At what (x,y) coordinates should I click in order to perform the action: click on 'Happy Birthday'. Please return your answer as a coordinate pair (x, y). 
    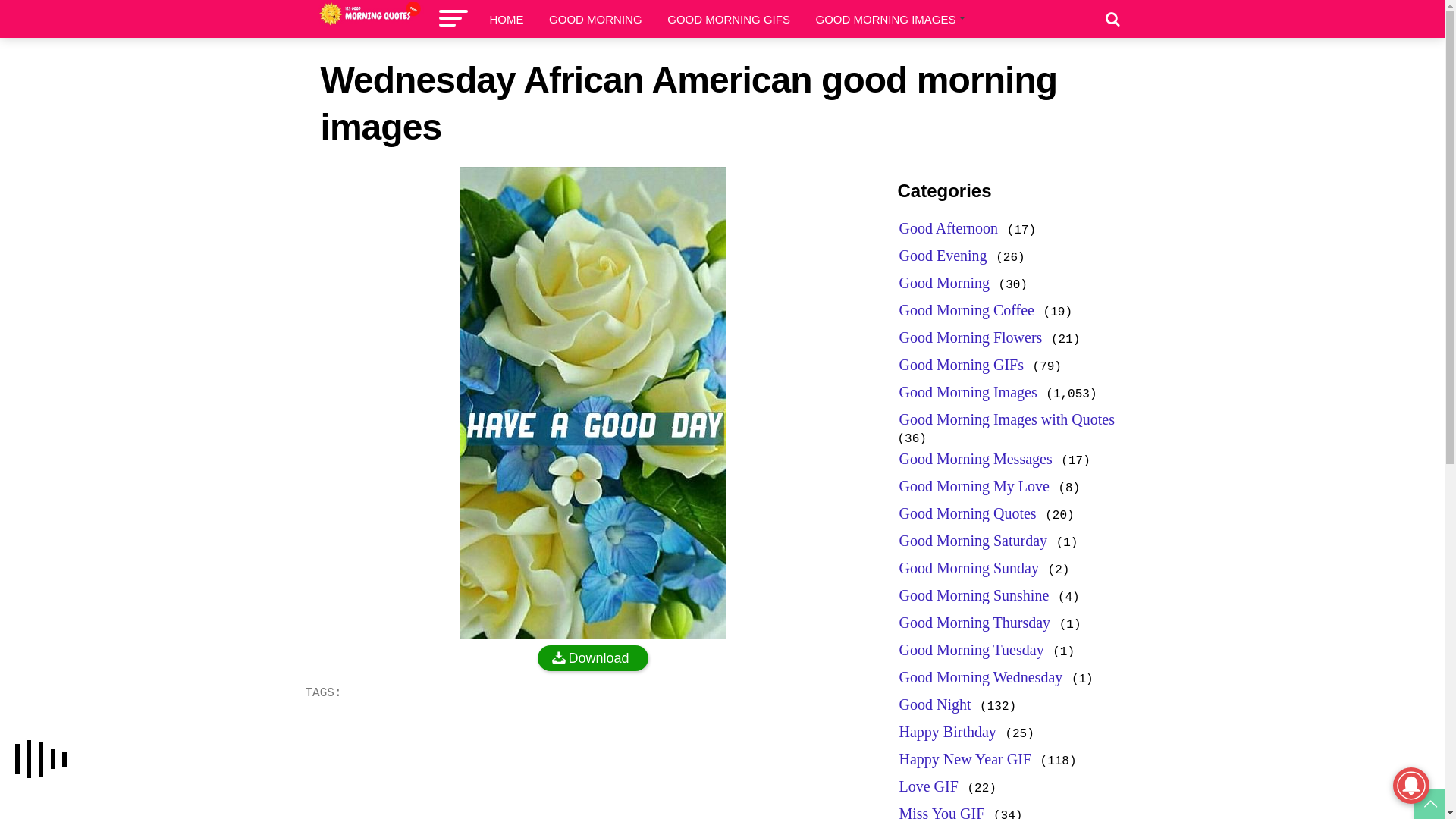
    Looking at the image, I should click on (899, 730).